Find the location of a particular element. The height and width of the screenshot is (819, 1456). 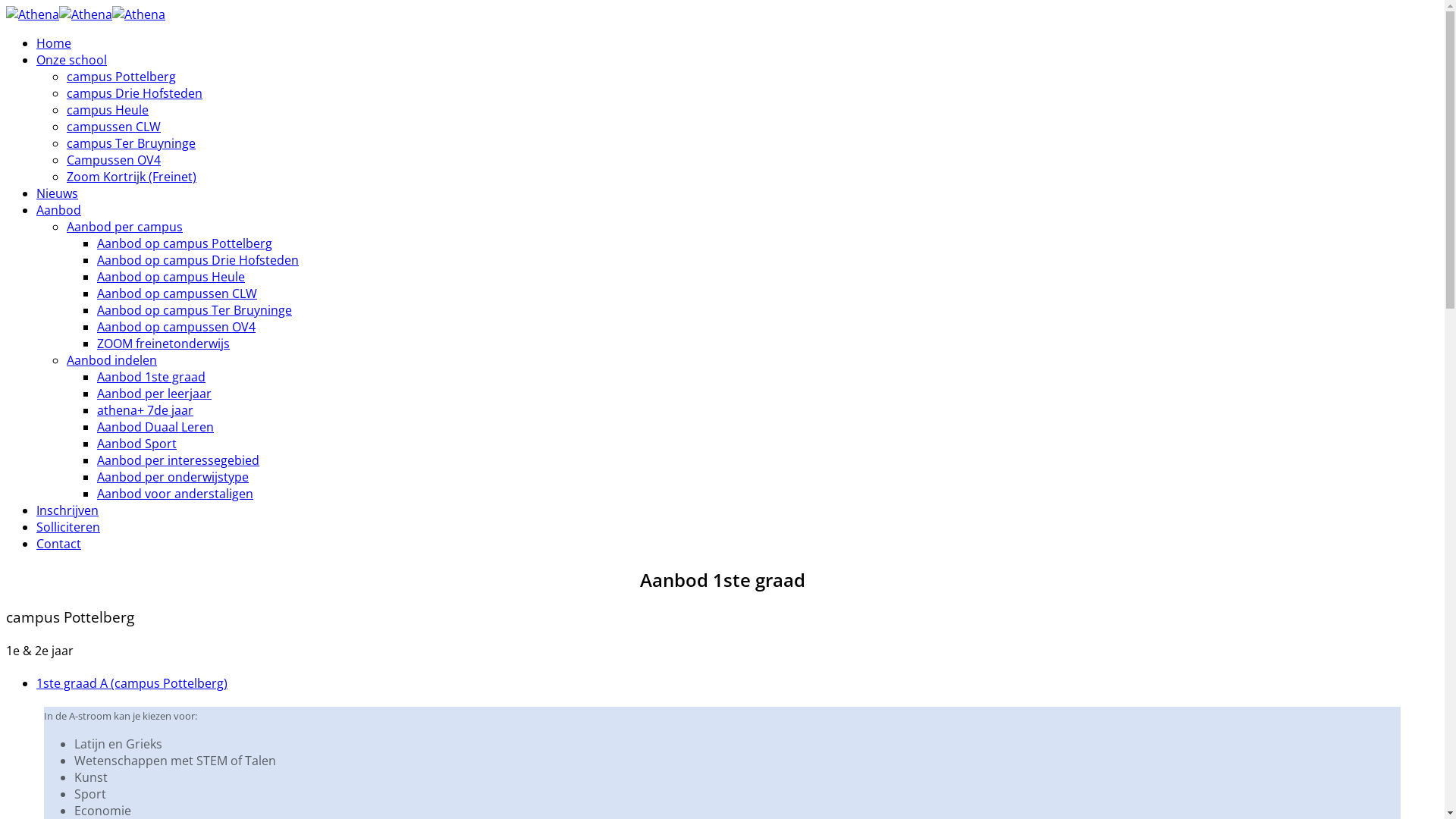

'ZOOM freinetonderwijs' is located at coordinates (163, 343).